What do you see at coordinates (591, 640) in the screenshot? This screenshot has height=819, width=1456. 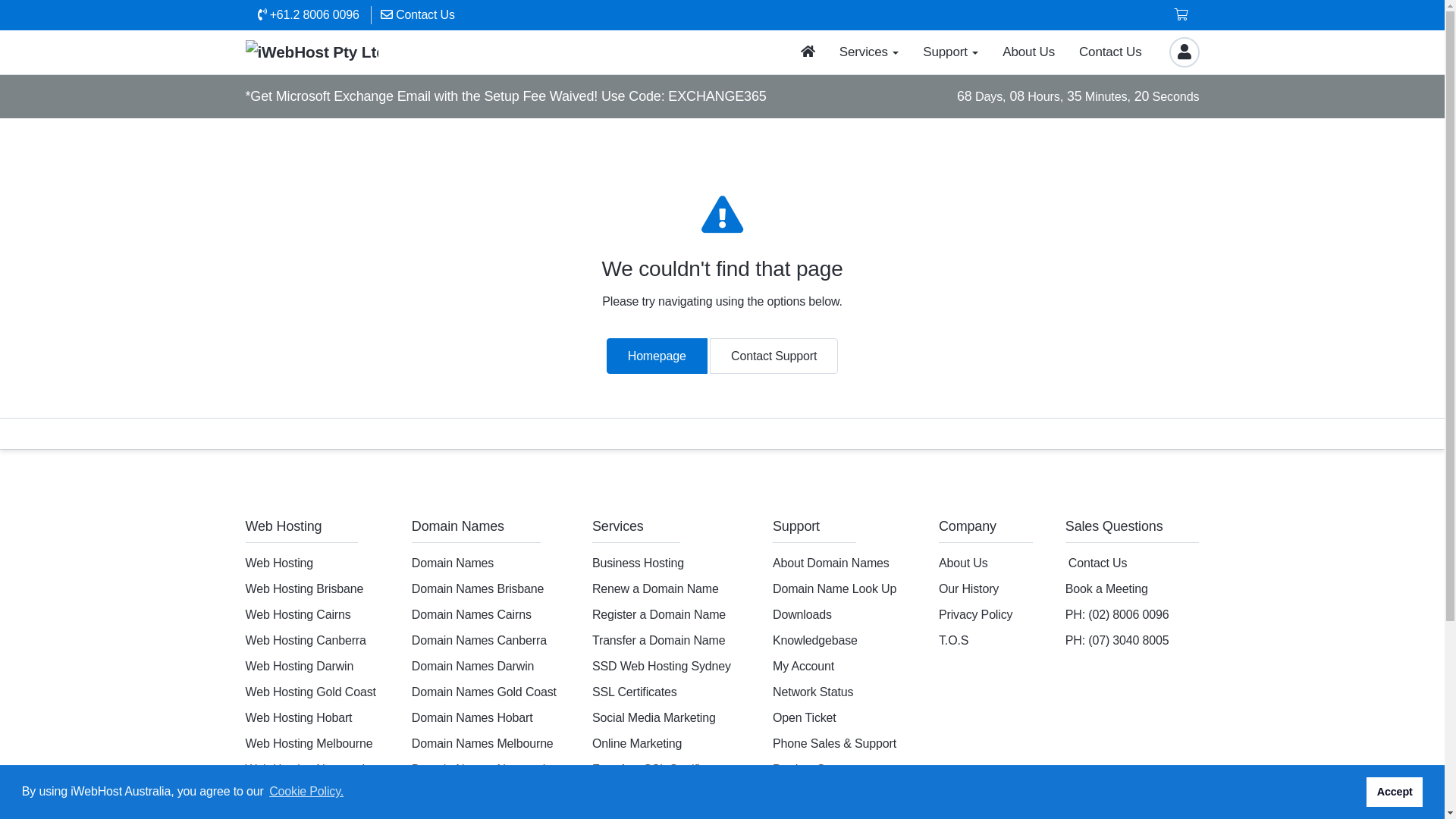 I see `'Transfer a Domain Name'` at bounding box center [591, 640].